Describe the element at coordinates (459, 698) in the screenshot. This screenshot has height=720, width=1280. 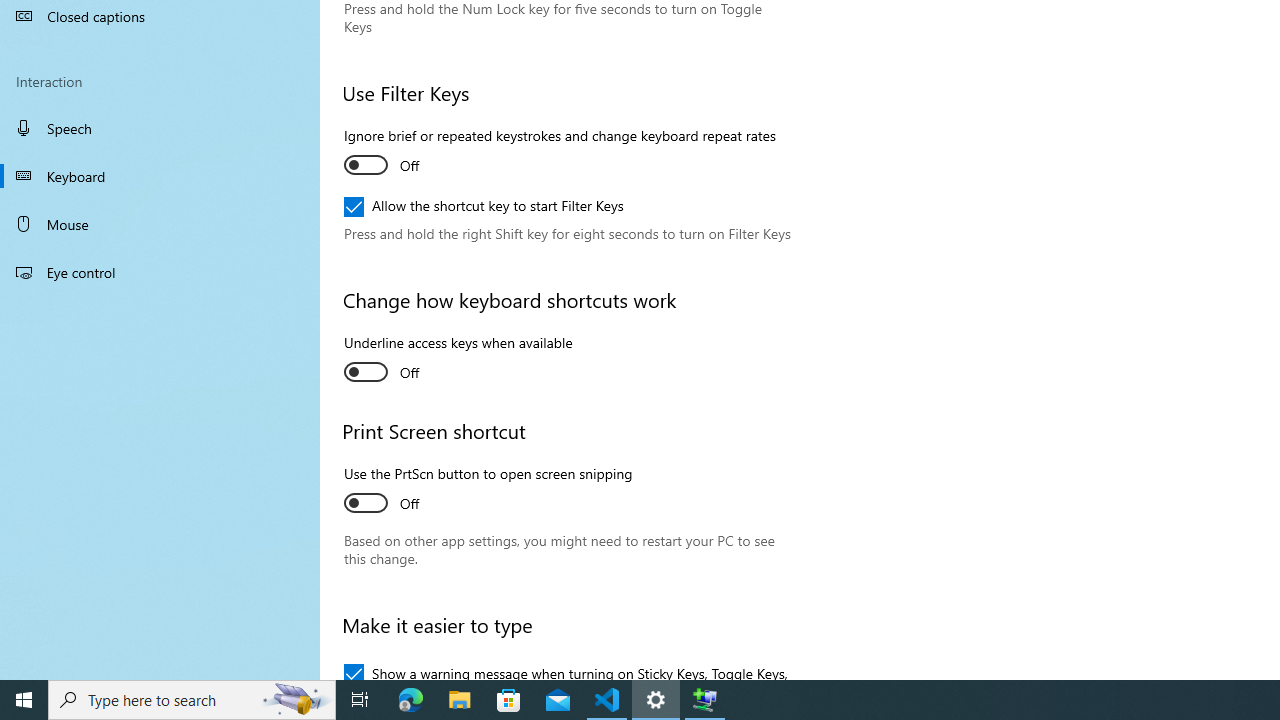
I see `'File Explorer'` at that location.